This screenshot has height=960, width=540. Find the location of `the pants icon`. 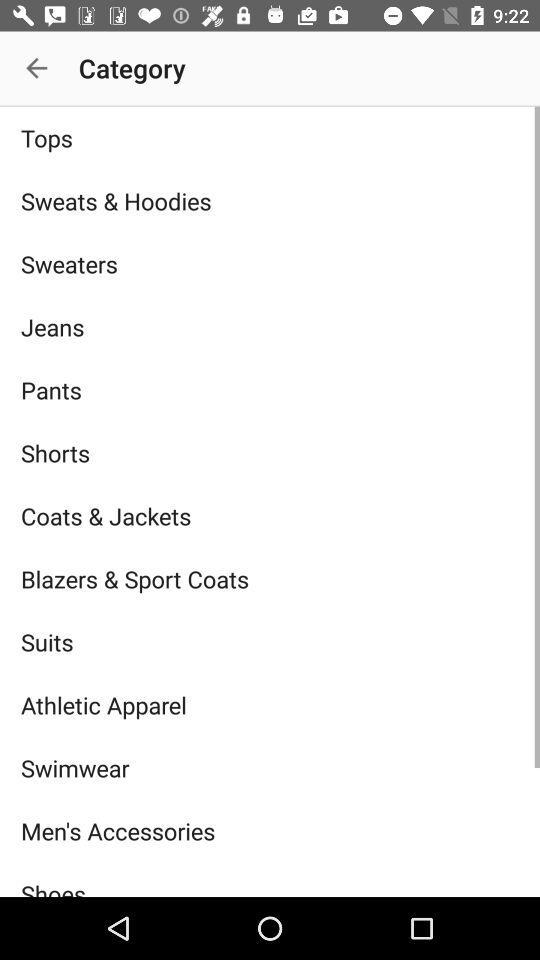

the pants icon is located at coordinates (270, 389).